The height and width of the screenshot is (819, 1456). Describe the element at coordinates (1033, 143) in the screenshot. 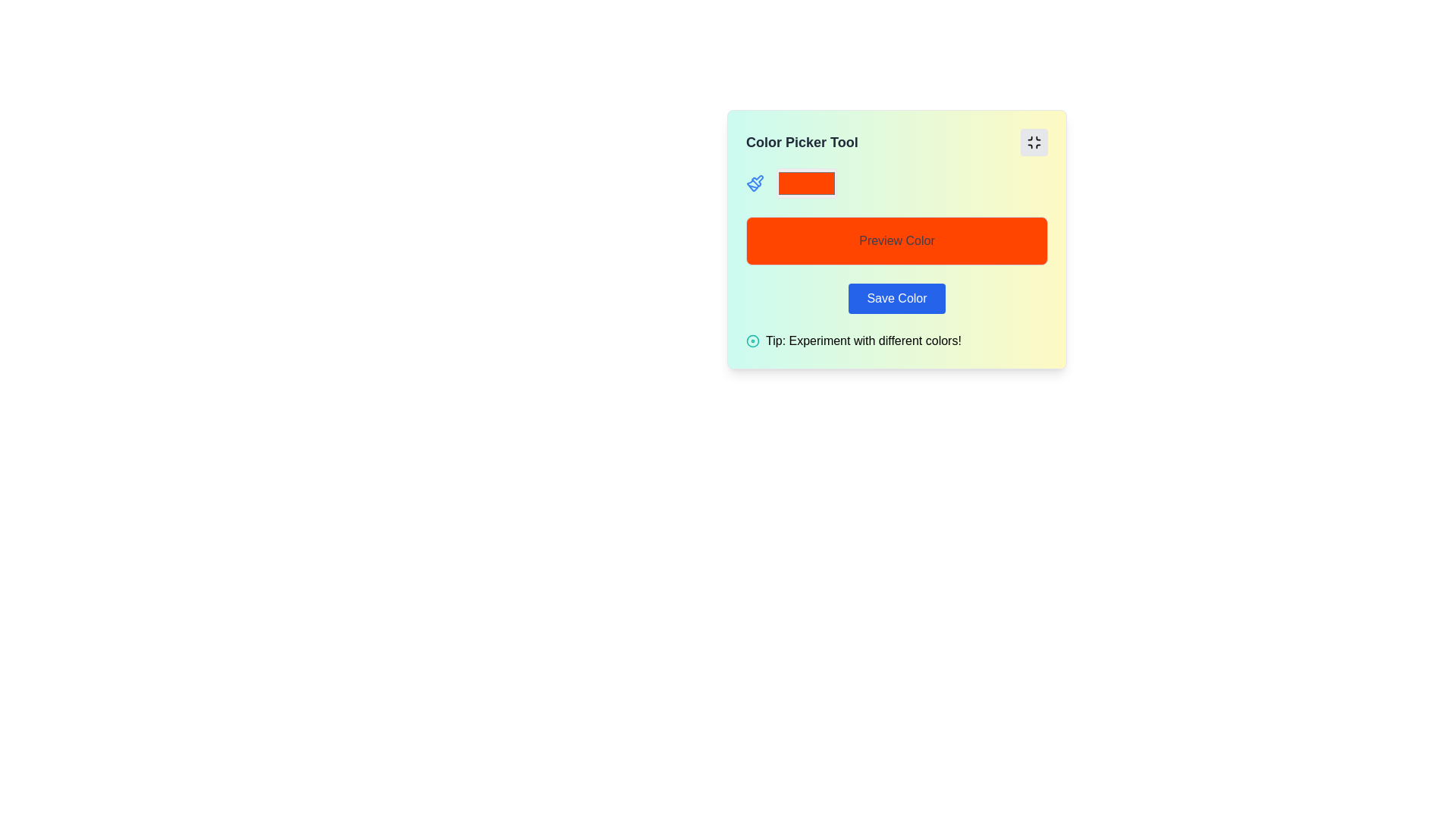

I see `the light gray circular button with a cross design in the top-right corner of the interface to minimize` at that location.